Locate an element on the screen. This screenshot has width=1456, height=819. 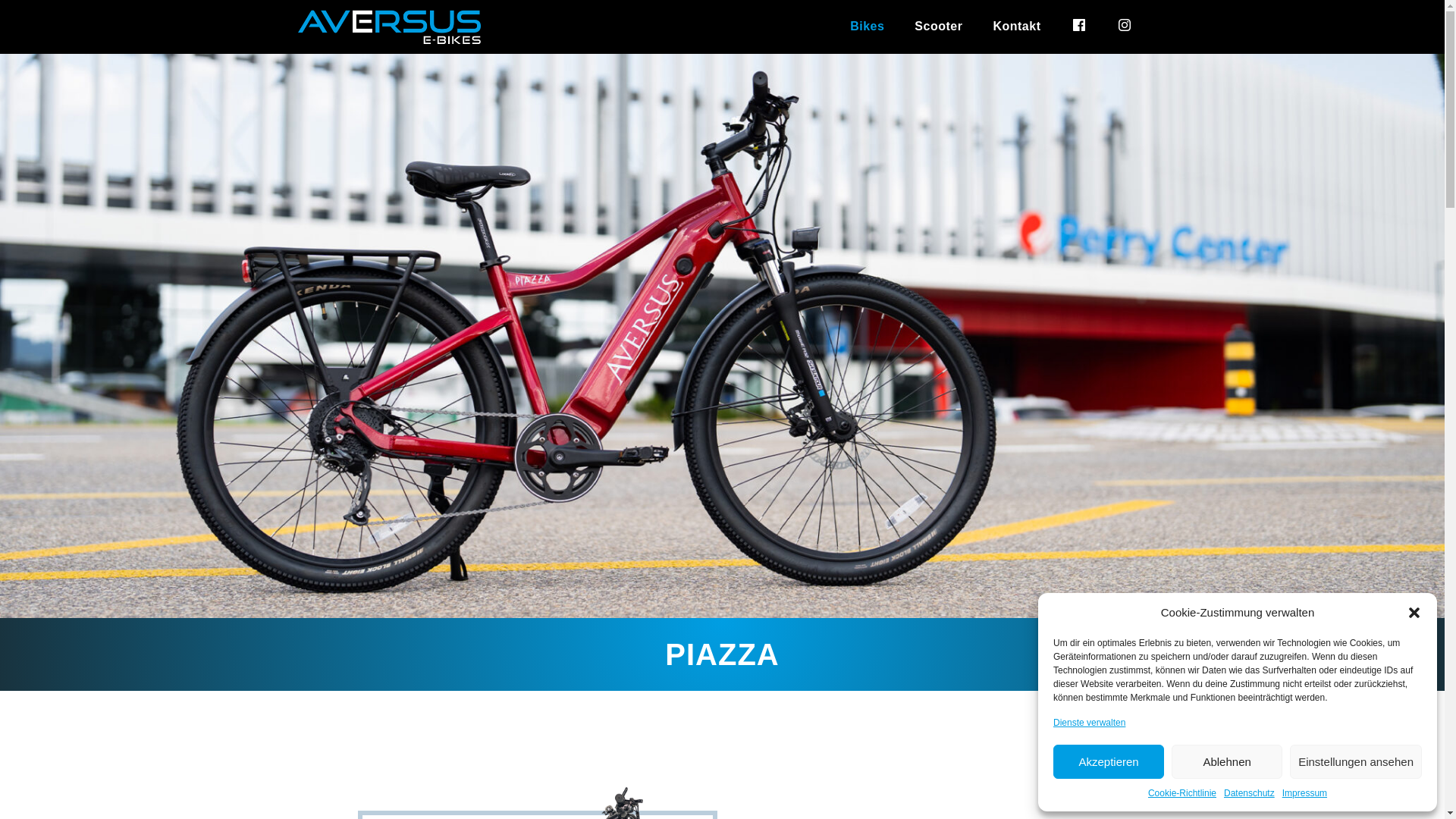
'Scooter' is located at coordinates (937, 26).